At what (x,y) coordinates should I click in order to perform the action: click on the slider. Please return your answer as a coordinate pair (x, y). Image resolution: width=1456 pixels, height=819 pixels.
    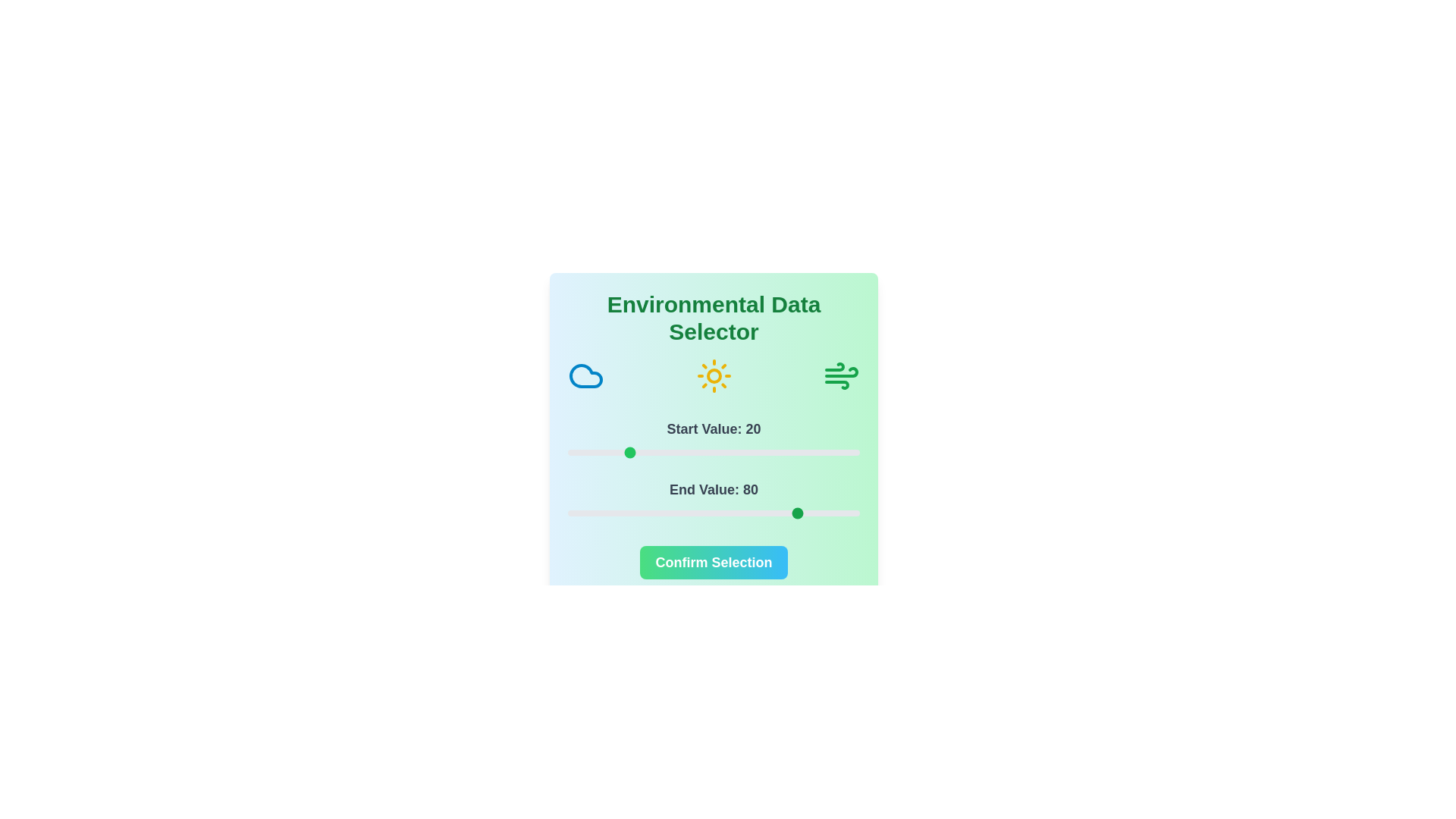
    Looking at the image, I should click on (646, 452).